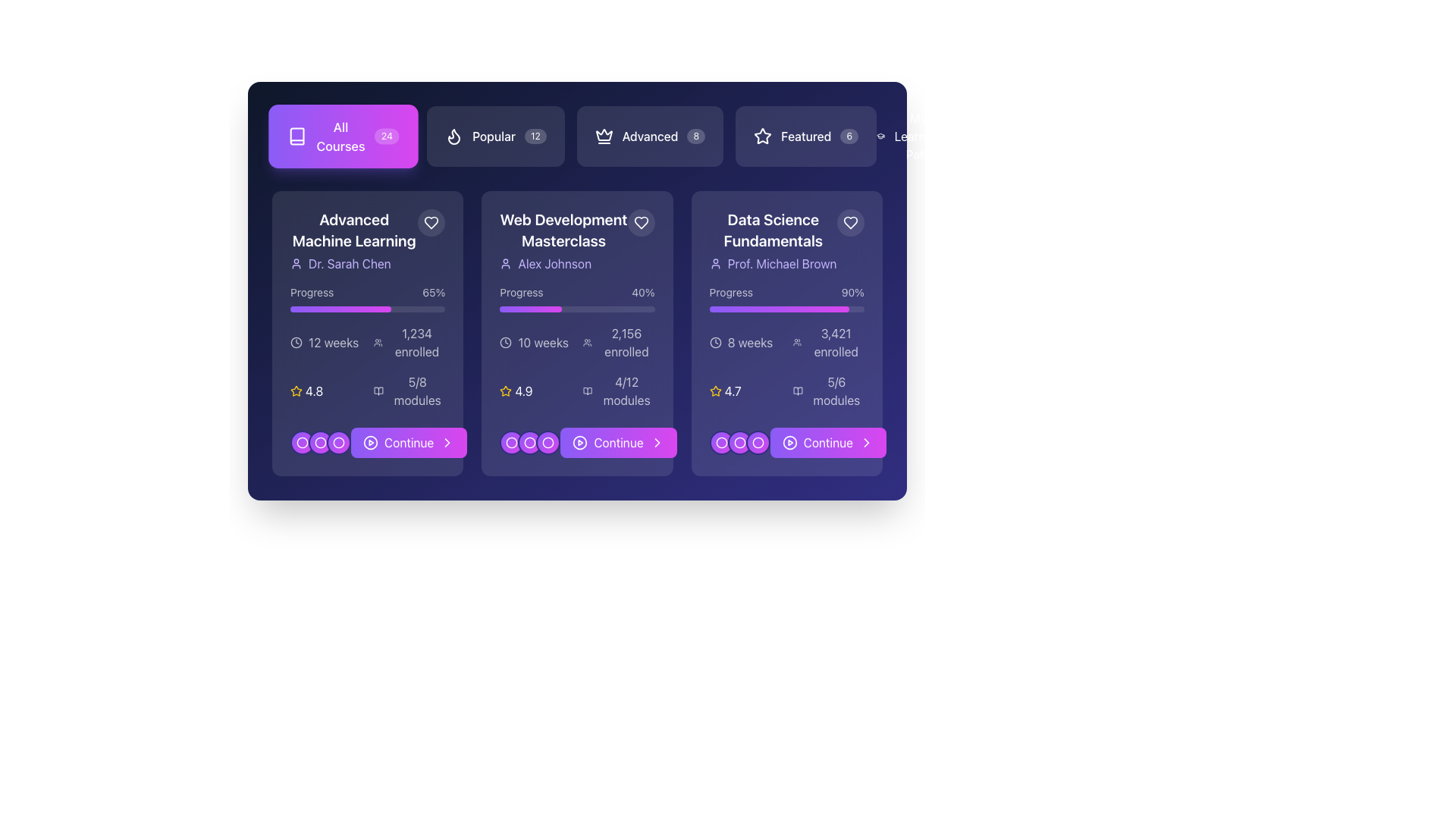 The image size is (1456, 819). Describe the element at coordinates (368, 240) in the screenshot. I see `the Label element displaying 'Advanced Machine Learning' and 'Dr. Sarah Chen', which is located at the top-left section of the first course card in the grid of courses` at that location.